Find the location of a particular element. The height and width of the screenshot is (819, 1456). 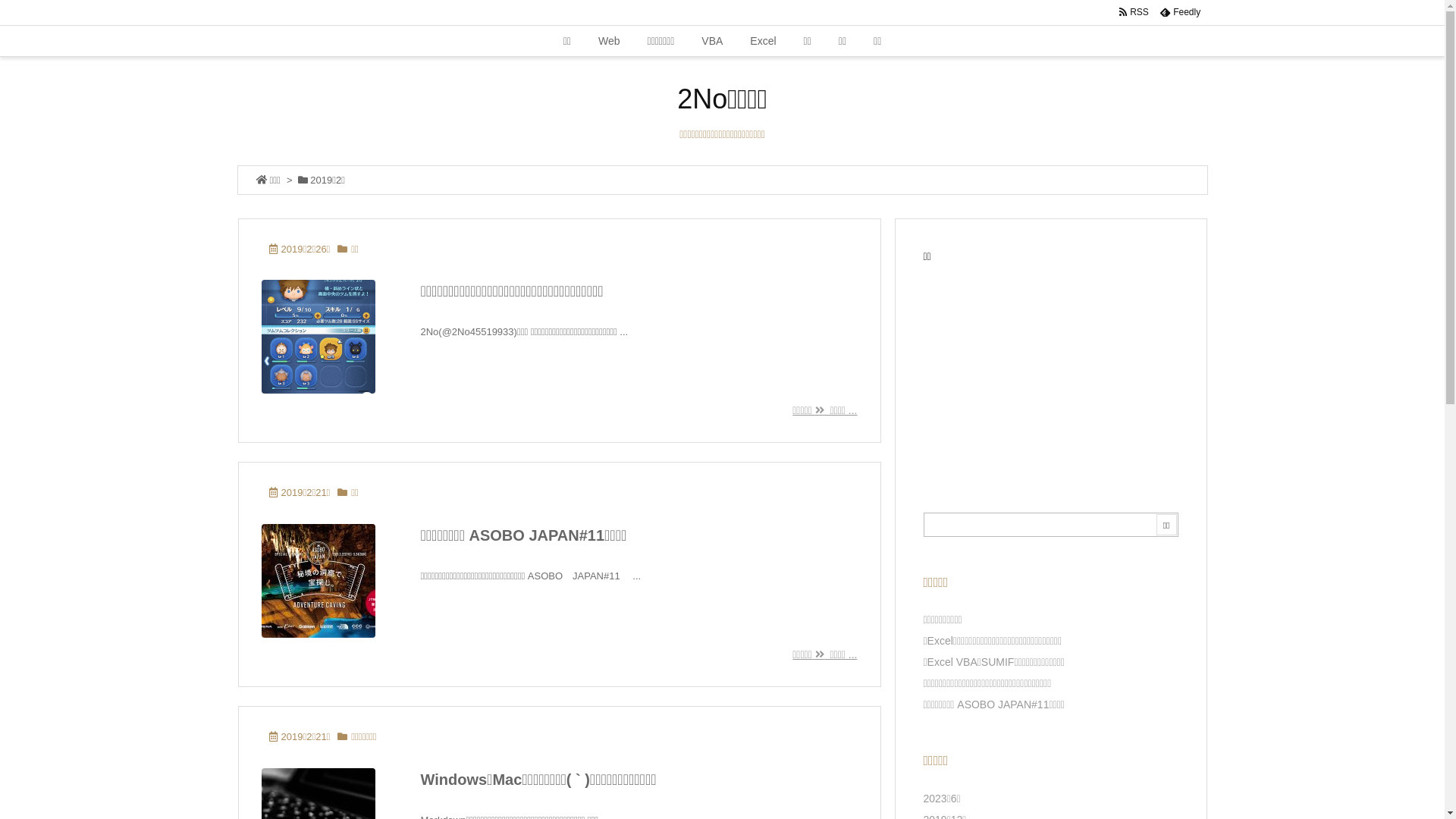

'Advertisement' is located at coordinates (1050, 372).